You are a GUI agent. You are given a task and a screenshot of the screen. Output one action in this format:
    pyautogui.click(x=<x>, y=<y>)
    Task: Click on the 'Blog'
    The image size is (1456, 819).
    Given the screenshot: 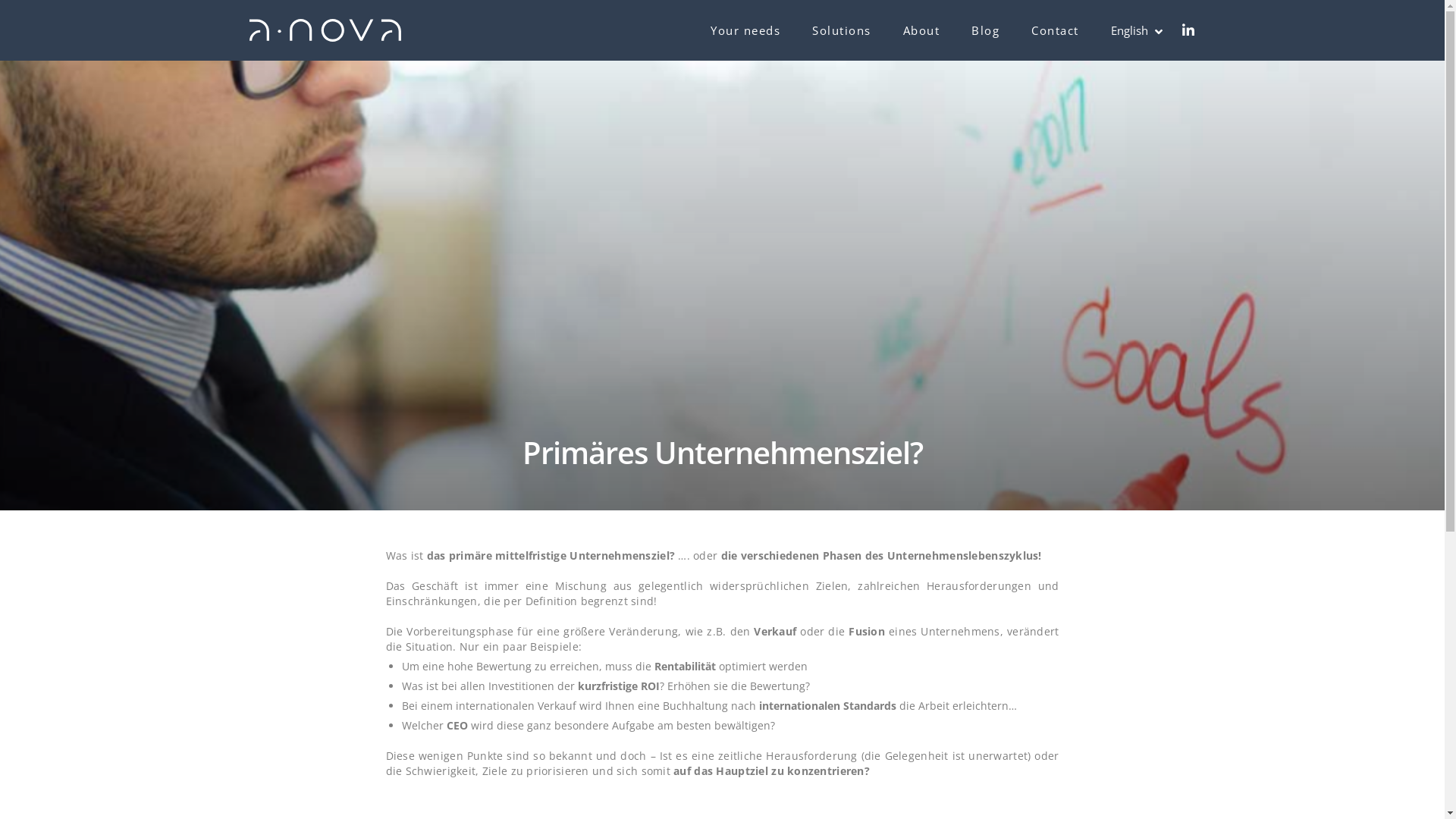 What is the action you would take?
    pyautogui.click(x=985, y=30)
    